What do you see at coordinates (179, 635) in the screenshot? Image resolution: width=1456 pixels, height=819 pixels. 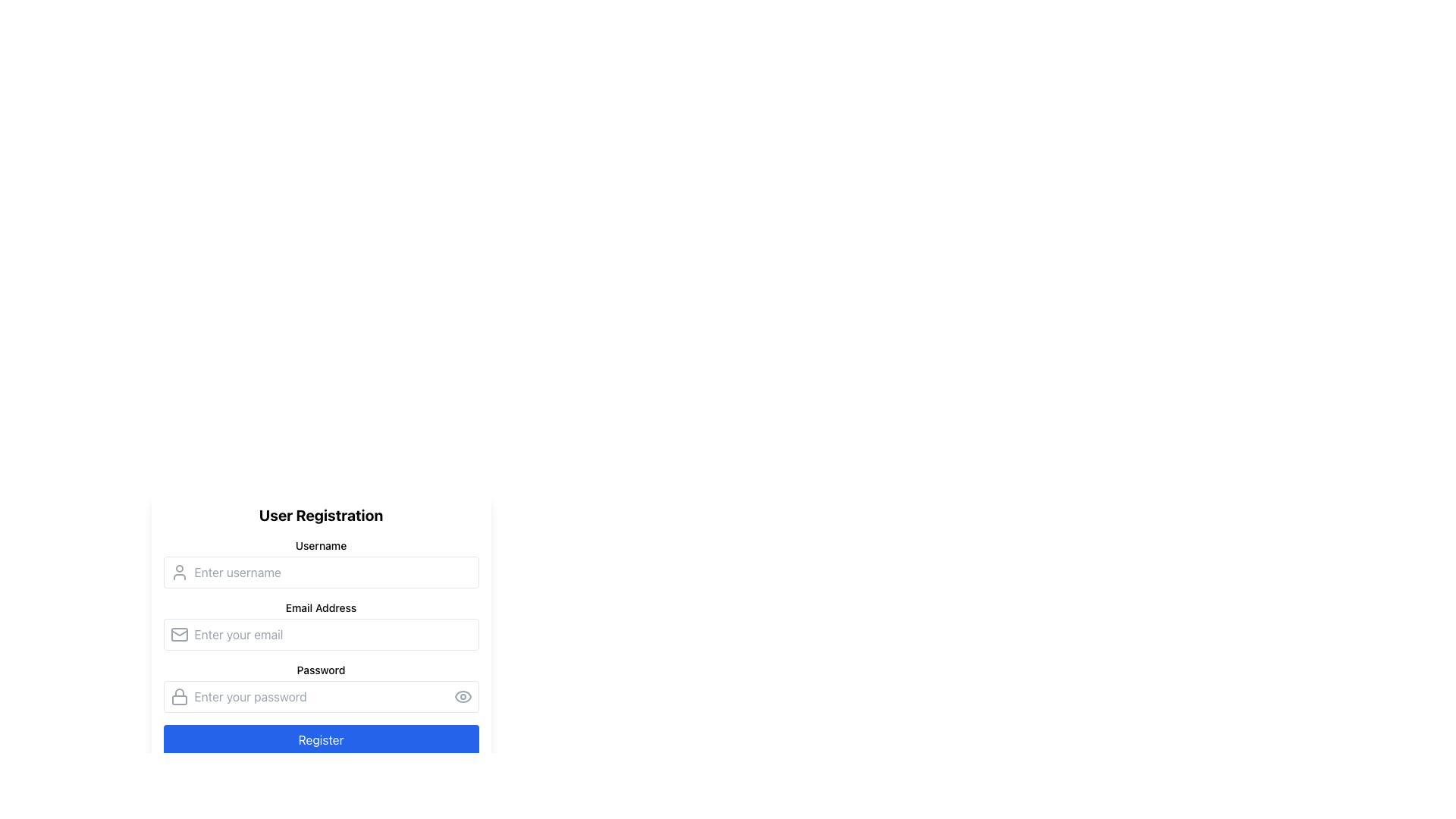 I see `the email input icon located on the left side of the 'Email Address' input field` at bounding box center [179, 635].